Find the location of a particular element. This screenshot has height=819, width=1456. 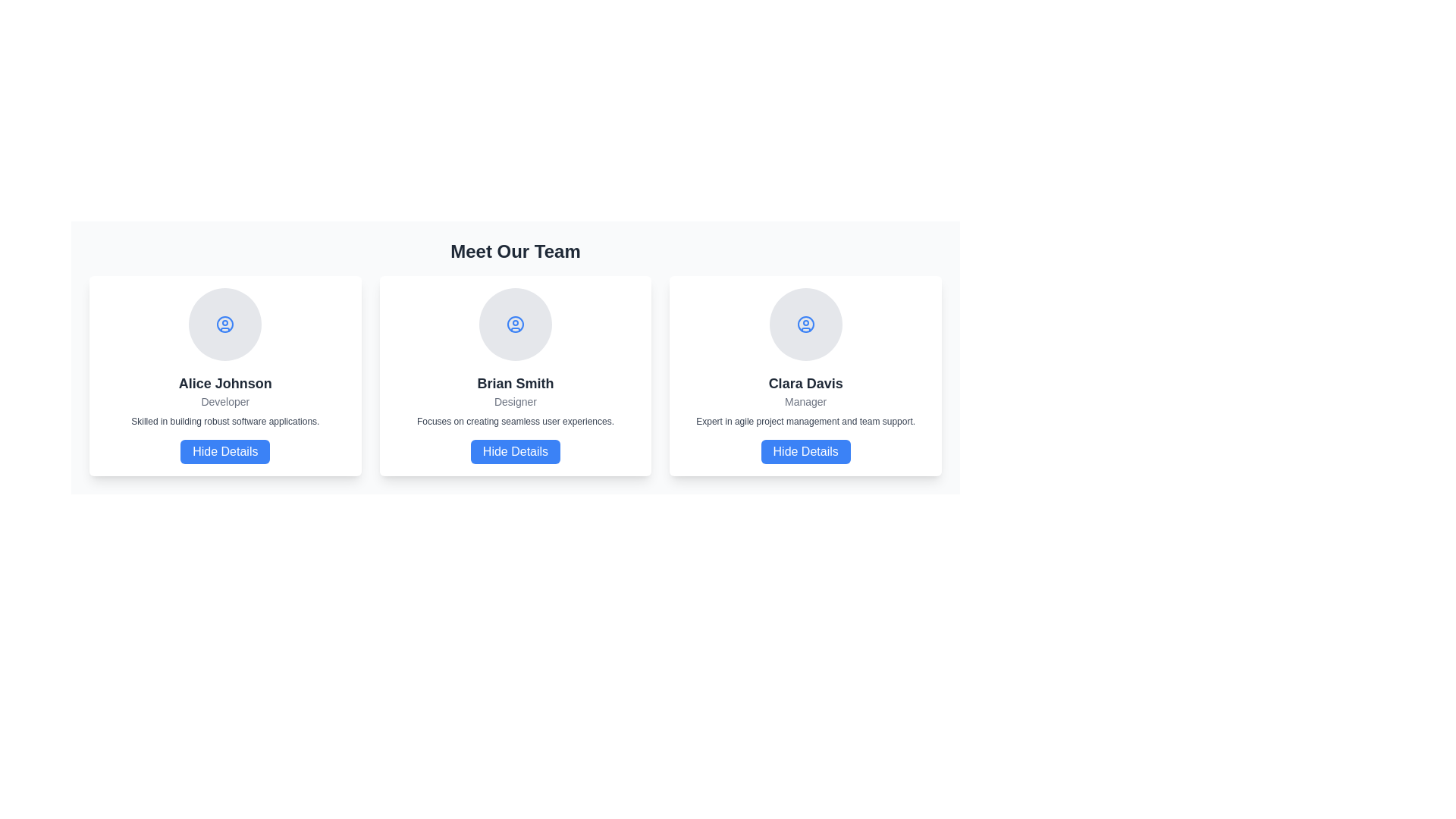

the text label displaying 'Skilled in building robust software applications.' which is positioned below the job title 'Developer' and above the 'Hide Details' button in the card for 'Alice Johnson' is located at coordinates (224, 421).